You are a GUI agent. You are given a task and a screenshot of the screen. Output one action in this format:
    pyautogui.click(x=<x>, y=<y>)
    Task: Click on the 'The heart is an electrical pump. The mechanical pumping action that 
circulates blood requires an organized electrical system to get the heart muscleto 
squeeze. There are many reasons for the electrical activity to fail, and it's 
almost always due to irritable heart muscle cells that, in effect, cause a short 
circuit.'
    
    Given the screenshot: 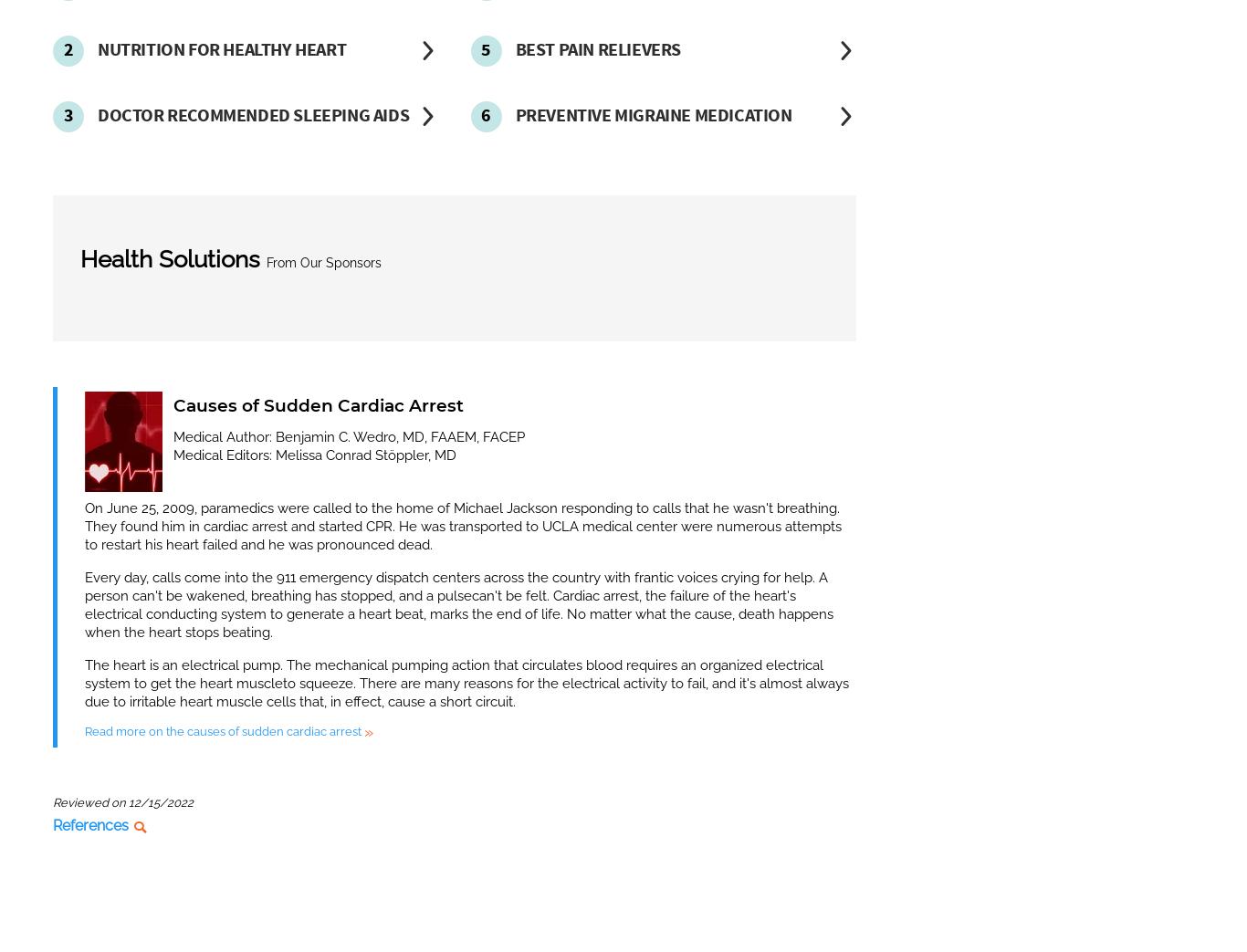 What is the action you would take?
    pyautogui.click(x=466, y=682)
    